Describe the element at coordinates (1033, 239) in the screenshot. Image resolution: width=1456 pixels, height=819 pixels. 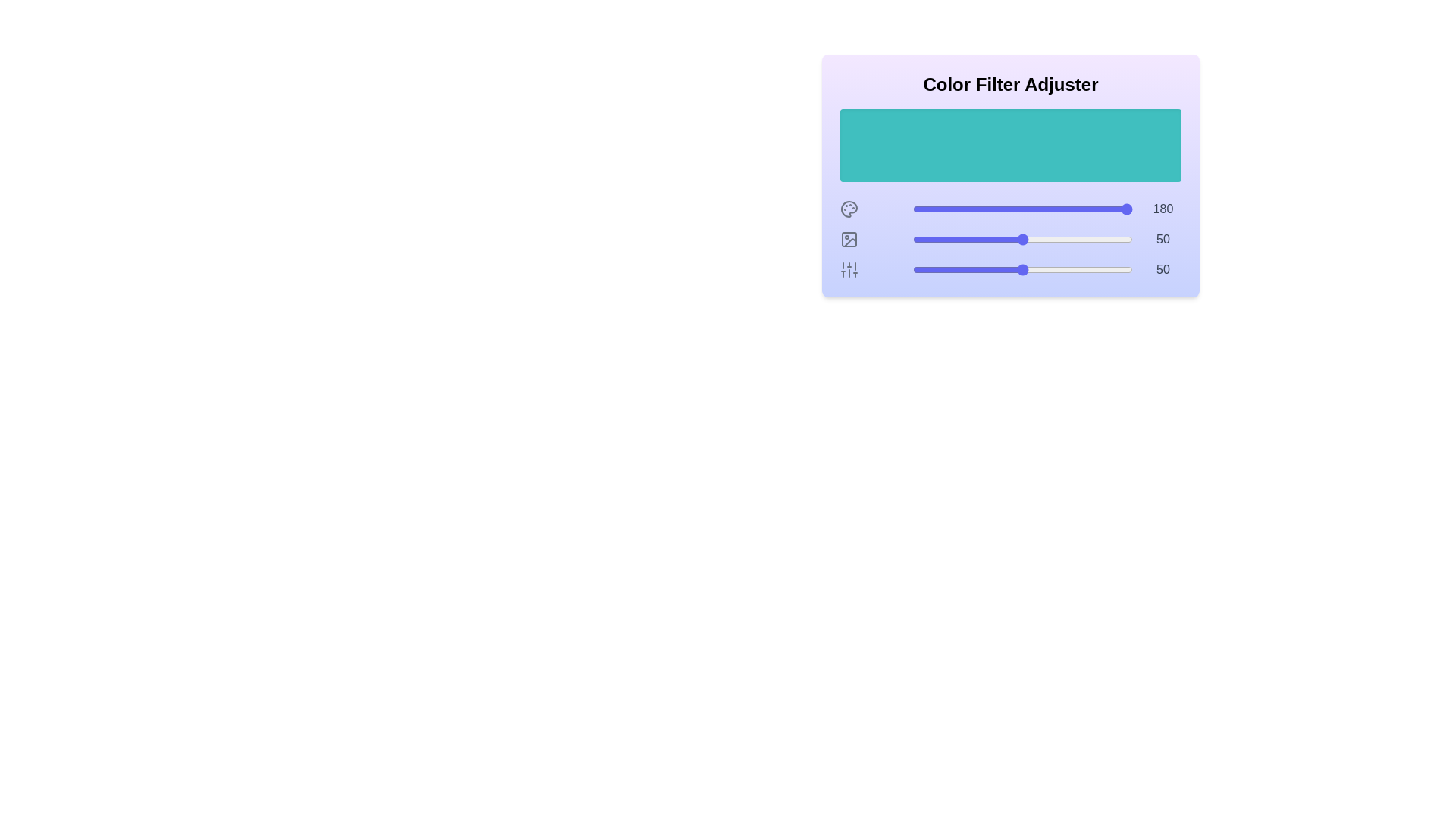
I see `the lightness slider to 55%` at that location.